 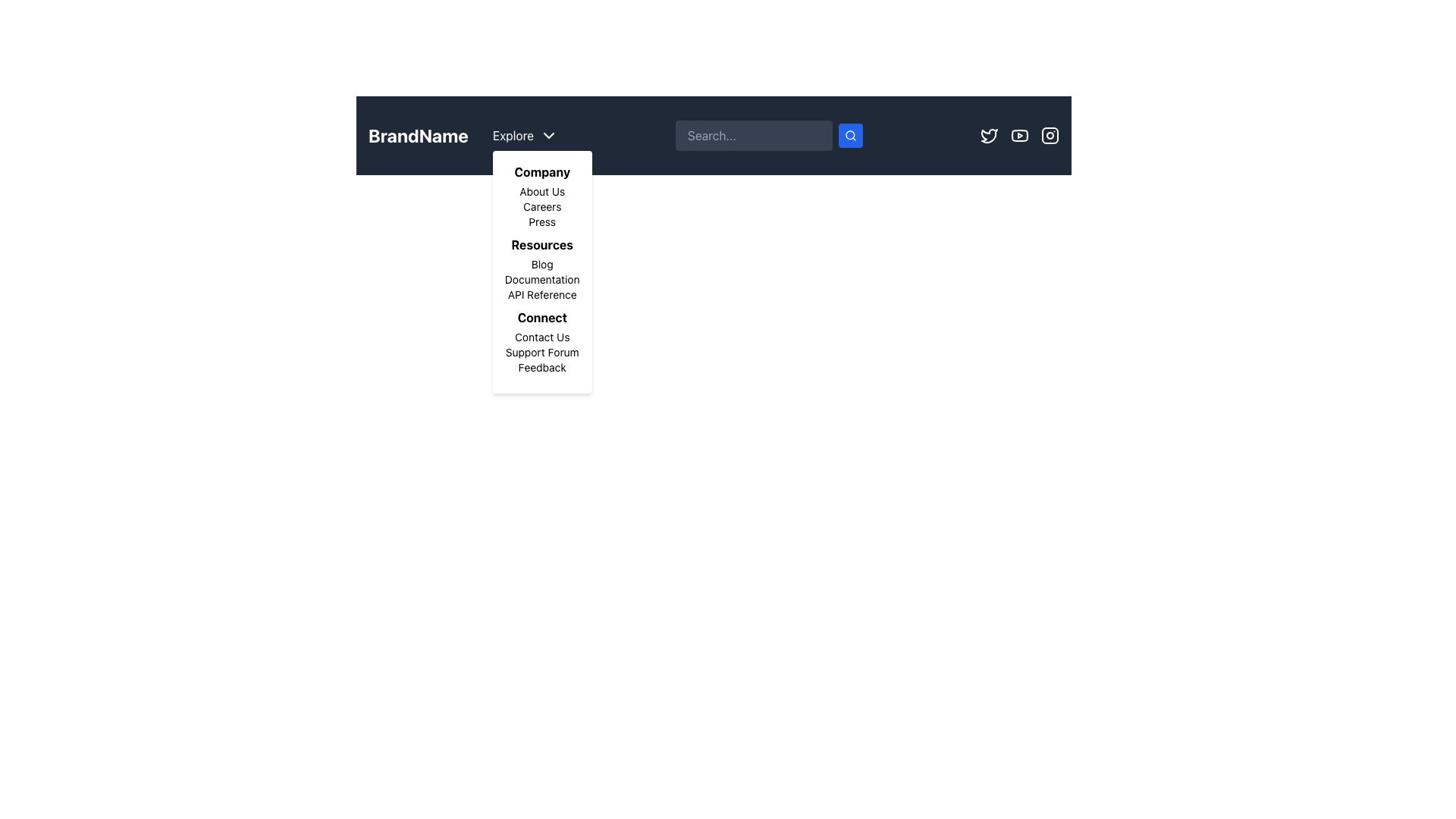 I want to click on the non-interactive Text label that serves as a heading for the dropdown menu under 'Explore', located at the top of the vertical dropdown menu, so click(x=542, y=171).